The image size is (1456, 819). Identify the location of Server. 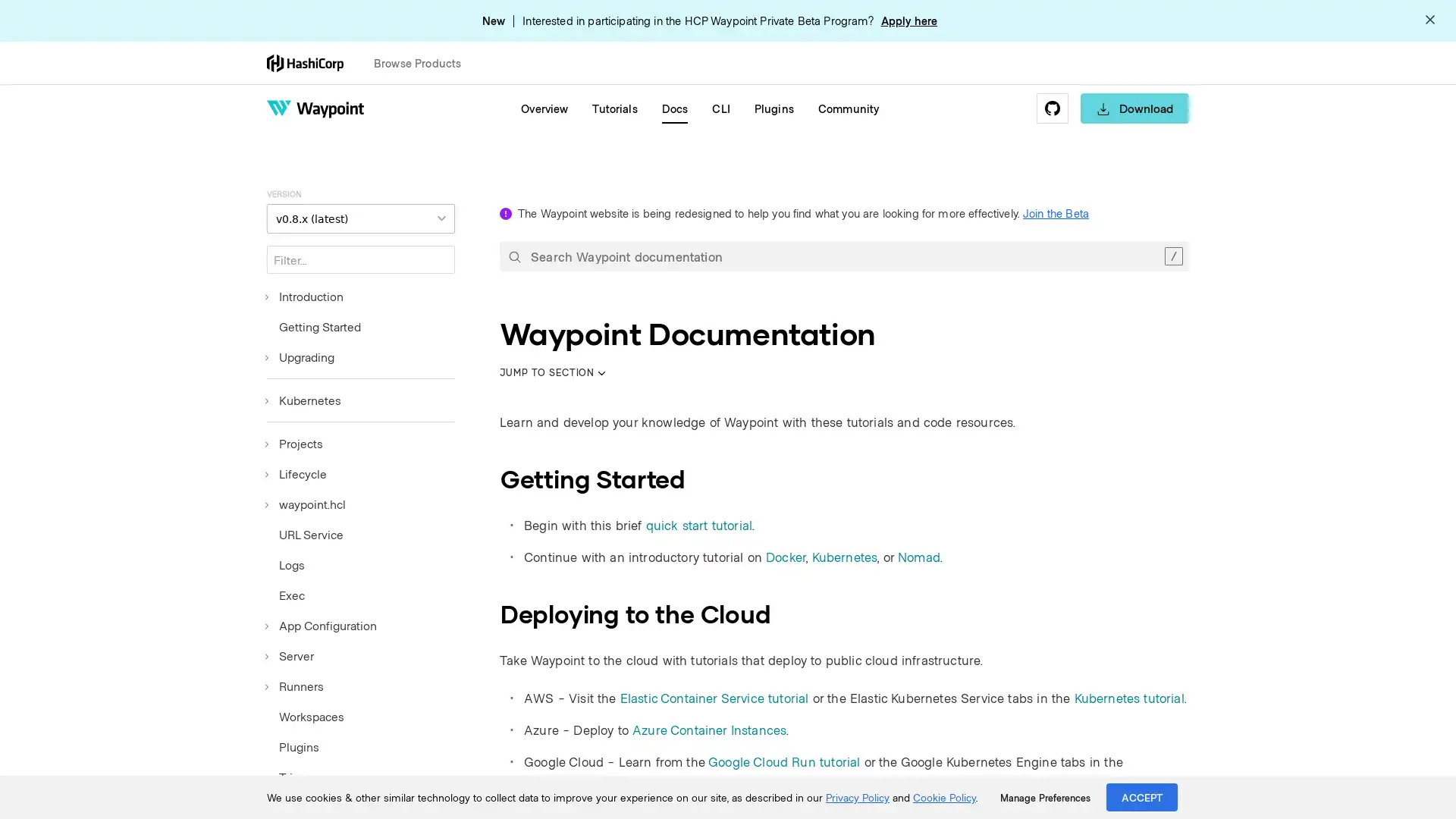
(290, 654).